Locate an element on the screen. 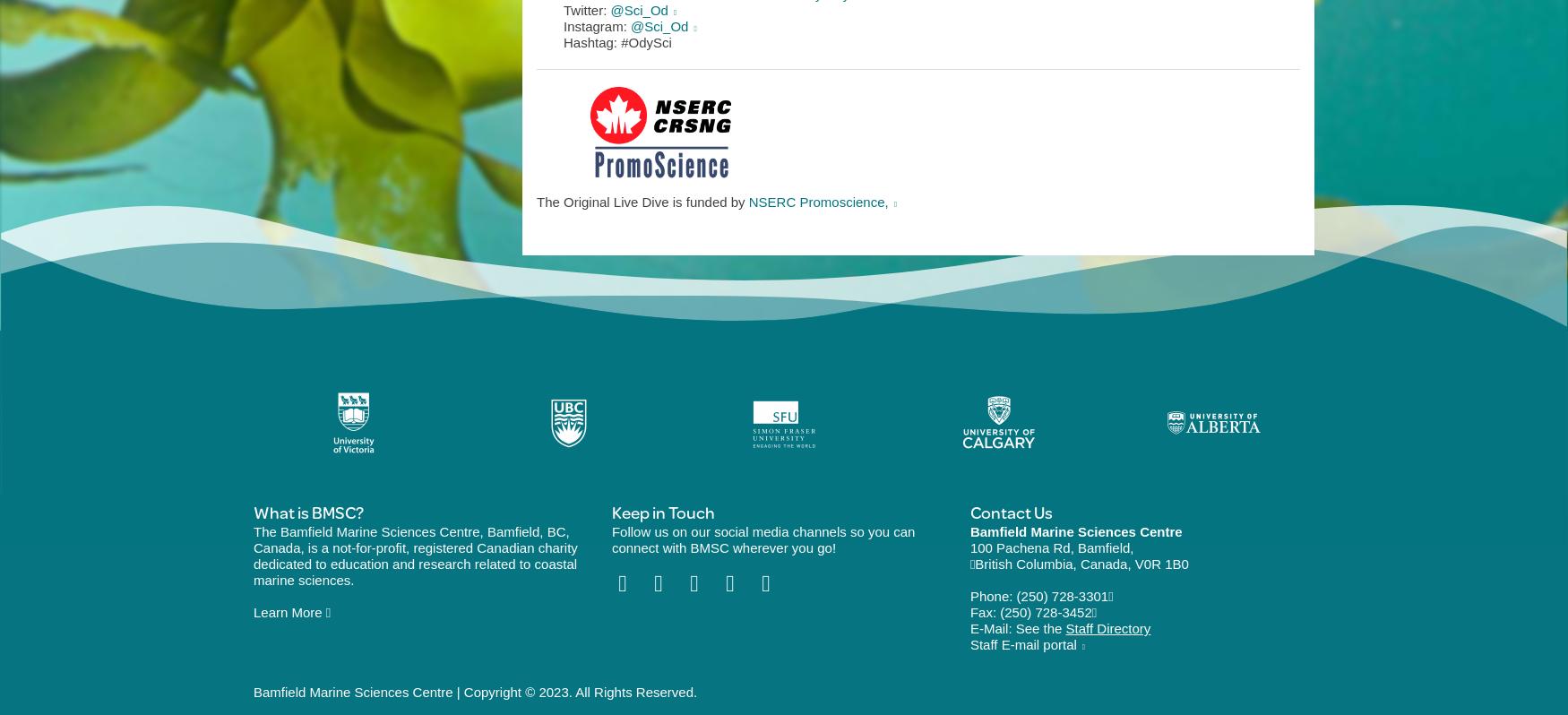 The width and height of the screenshot is (1568, 715). 'The Original Live Dive is funded by' is located at coordinates (642, 201).